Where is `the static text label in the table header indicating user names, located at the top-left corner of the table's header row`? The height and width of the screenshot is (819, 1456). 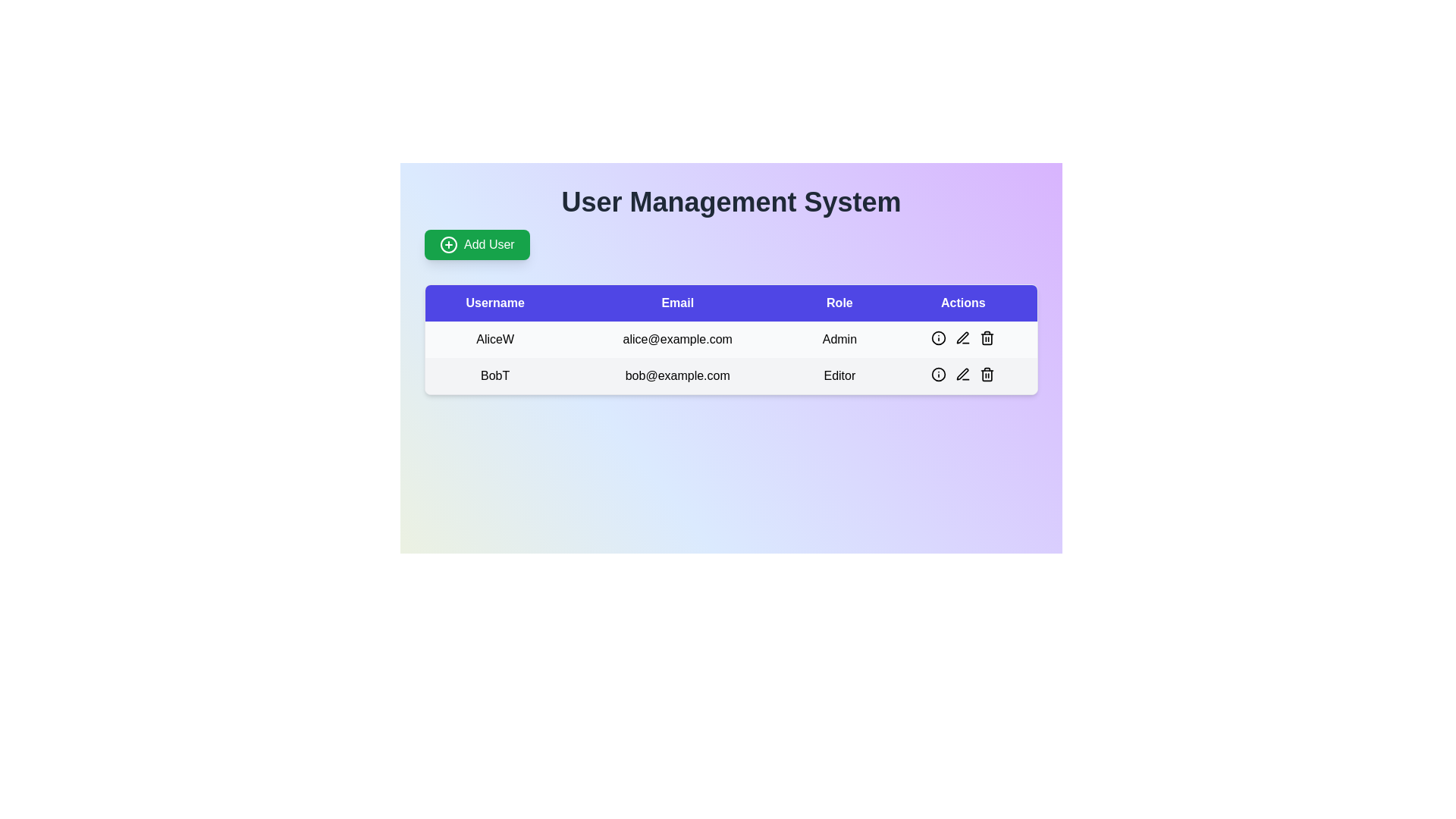
the static text label in the table header indicating user names, located at the top-left corner of the table's header row is located at coordinates (495, 303).